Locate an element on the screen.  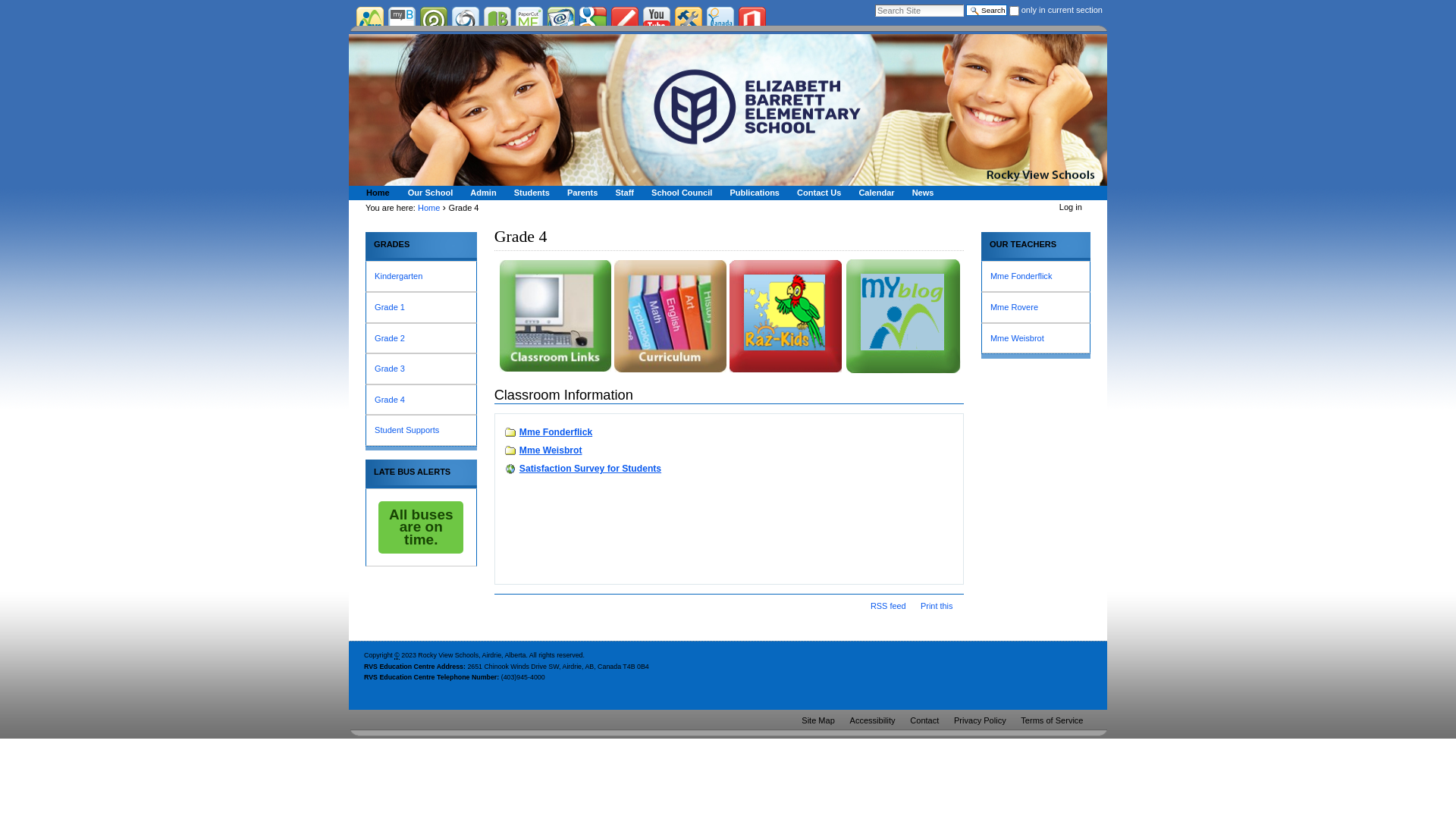
'Site Map' is located at coordinates (817, 719).